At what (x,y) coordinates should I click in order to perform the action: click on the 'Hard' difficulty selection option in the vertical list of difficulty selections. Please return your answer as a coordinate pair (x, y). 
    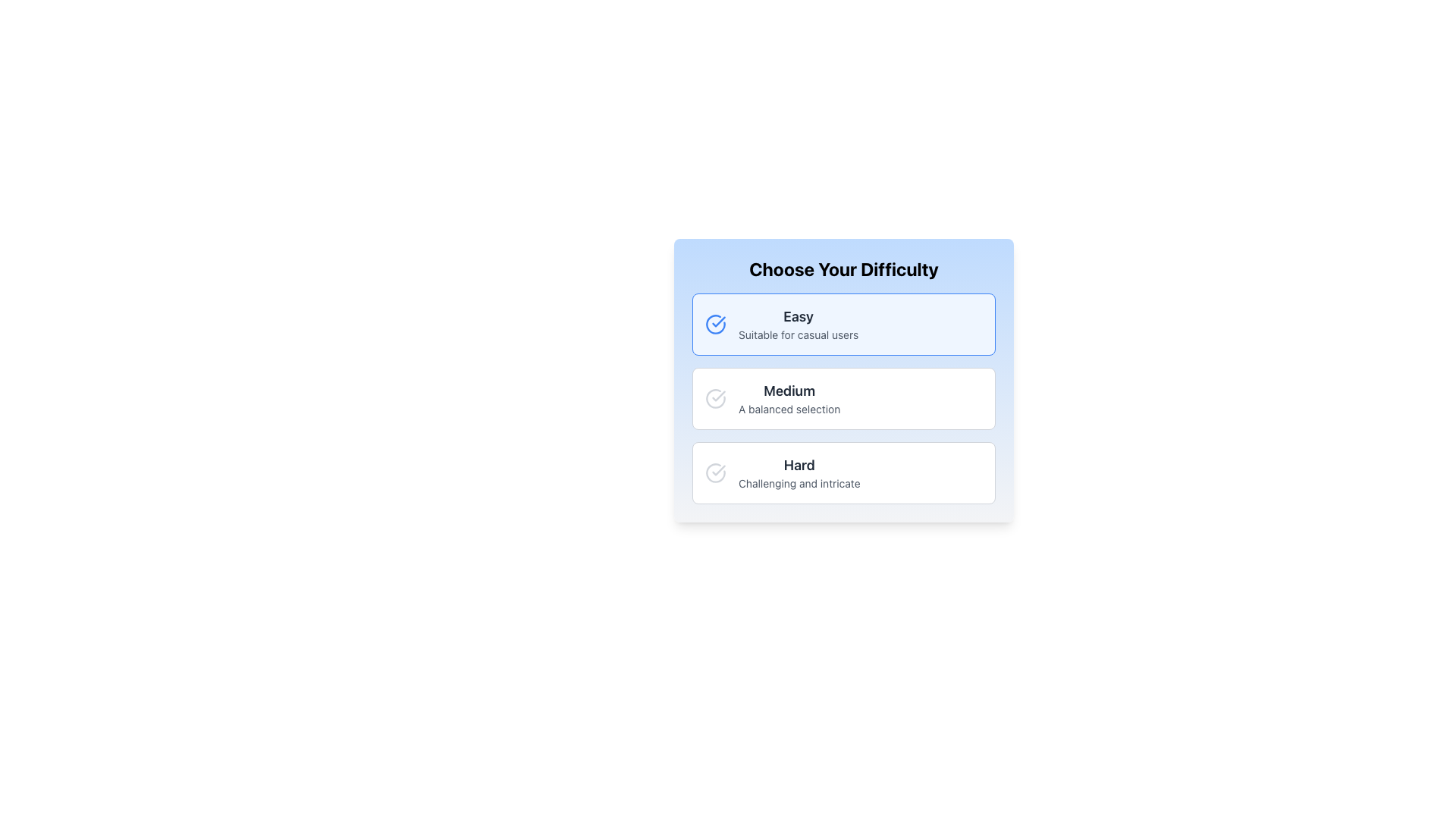
    Looking at the image, I should click on (799, 472).